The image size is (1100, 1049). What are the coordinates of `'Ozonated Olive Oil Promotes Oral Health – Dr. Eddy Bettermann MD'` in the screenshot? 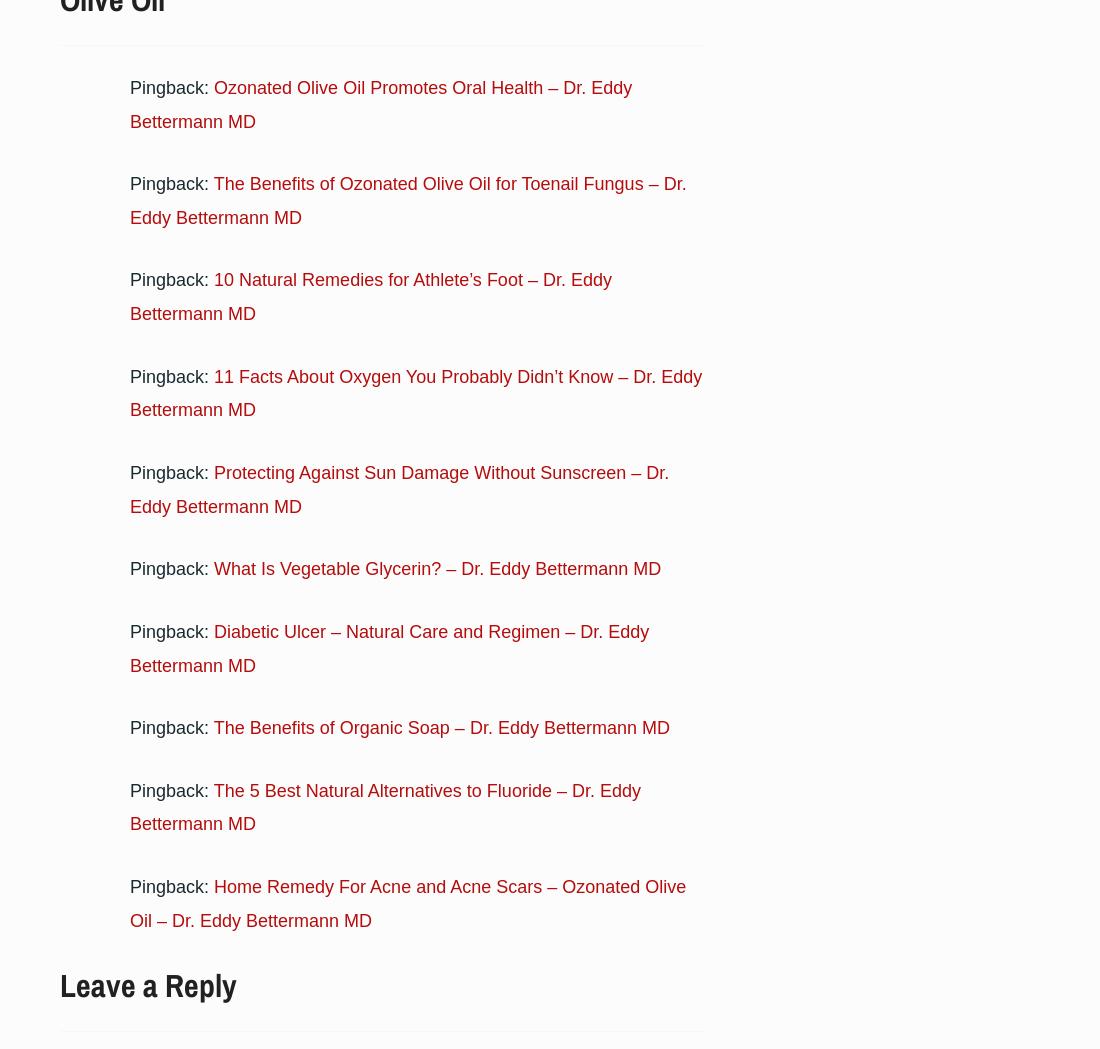 It's located at (381, 102).